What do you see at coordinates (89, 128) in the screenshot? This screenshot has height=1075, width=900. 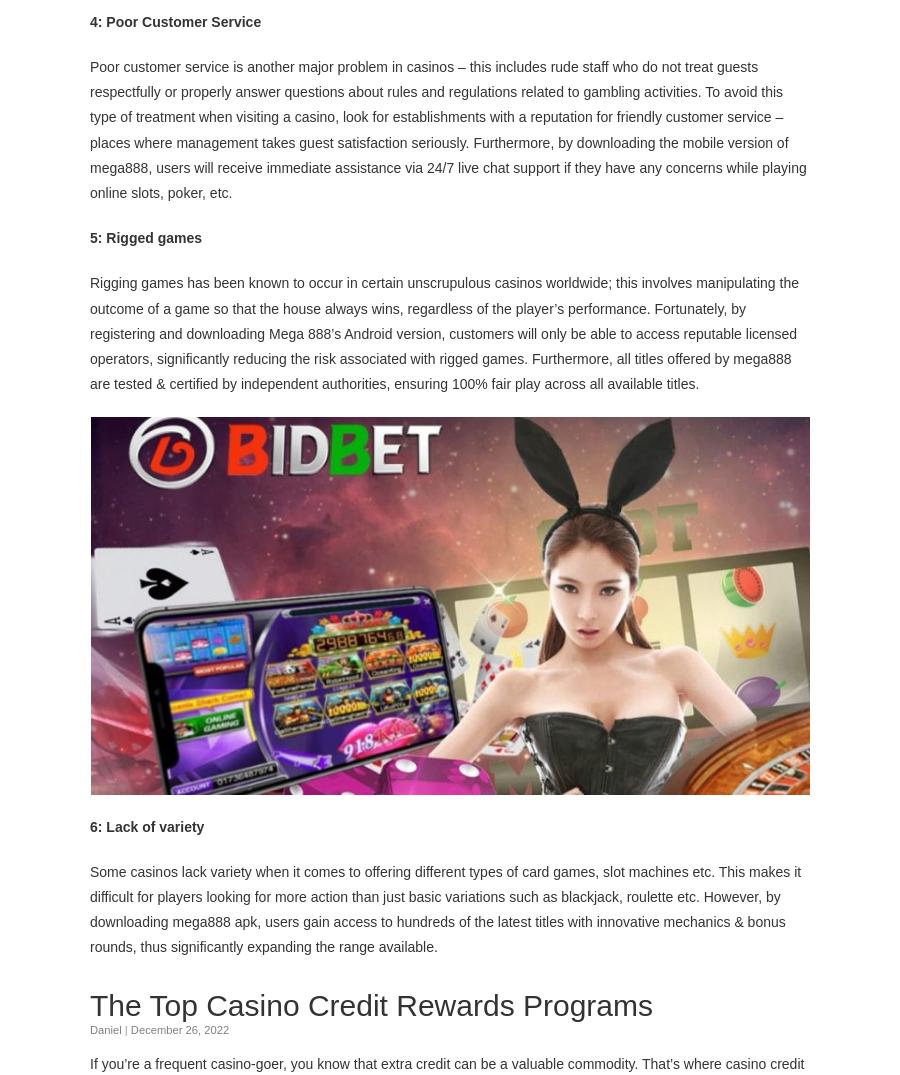 I see `'Poor customer service is another major problem in casinos – this includes rude staff who do not treat guests respectfully or properly answer questions about rules and regulations related to gambling activities. To avoid this type of treatment when visiting a casino, look for establishments with a reputation for friendly customer service – places where management takes guest satisfaction seriously. Furthermore, by downloading the mobile version of mega888, users will receive immediate assistance via 24/7 live chat support if they have any concerns while playing online slots, poker, etc.'` at bounding box center [89, 128].